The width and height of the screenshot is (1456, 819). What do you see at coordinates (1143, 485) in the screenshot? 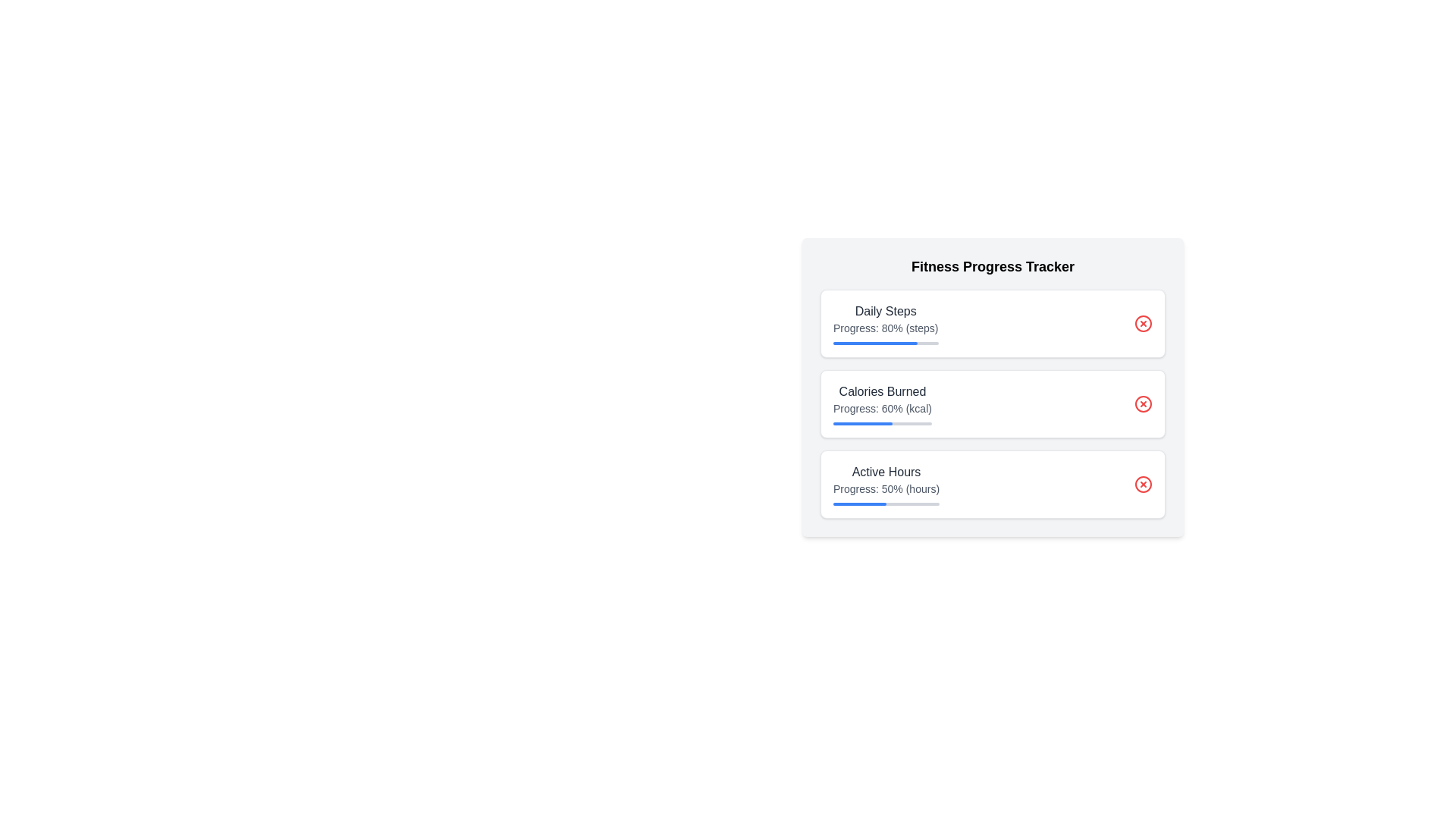
I see `the red circular icon of the cancel button, which is part of the 'Active Hours' progress tracker, to initiate a removal or clear action` at bounding box center [1143, 485].